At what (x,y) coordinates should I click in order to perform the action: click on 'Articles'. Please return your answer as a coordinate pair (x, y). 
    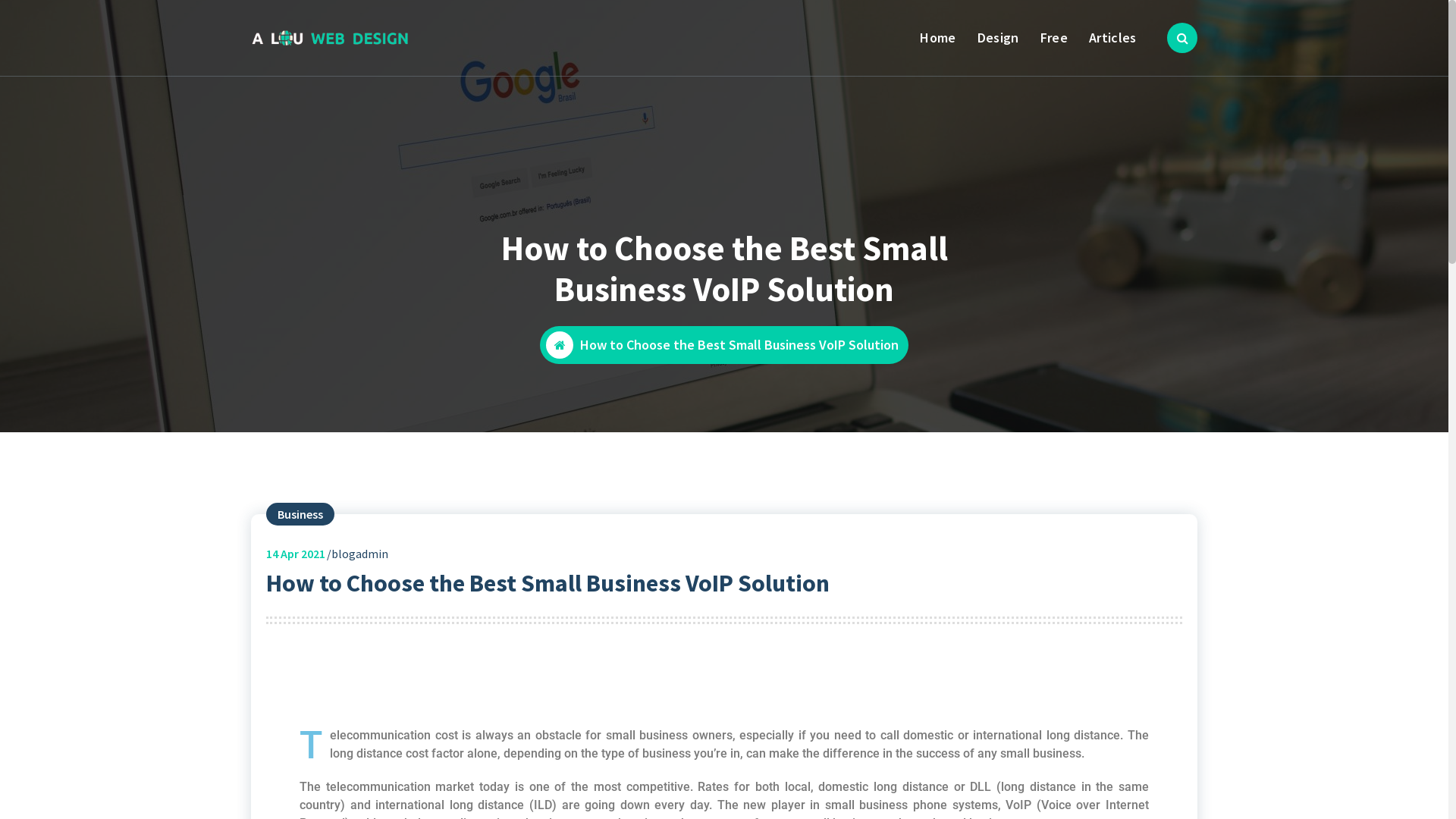
    Looking at the image, I should click on (1077, 37).